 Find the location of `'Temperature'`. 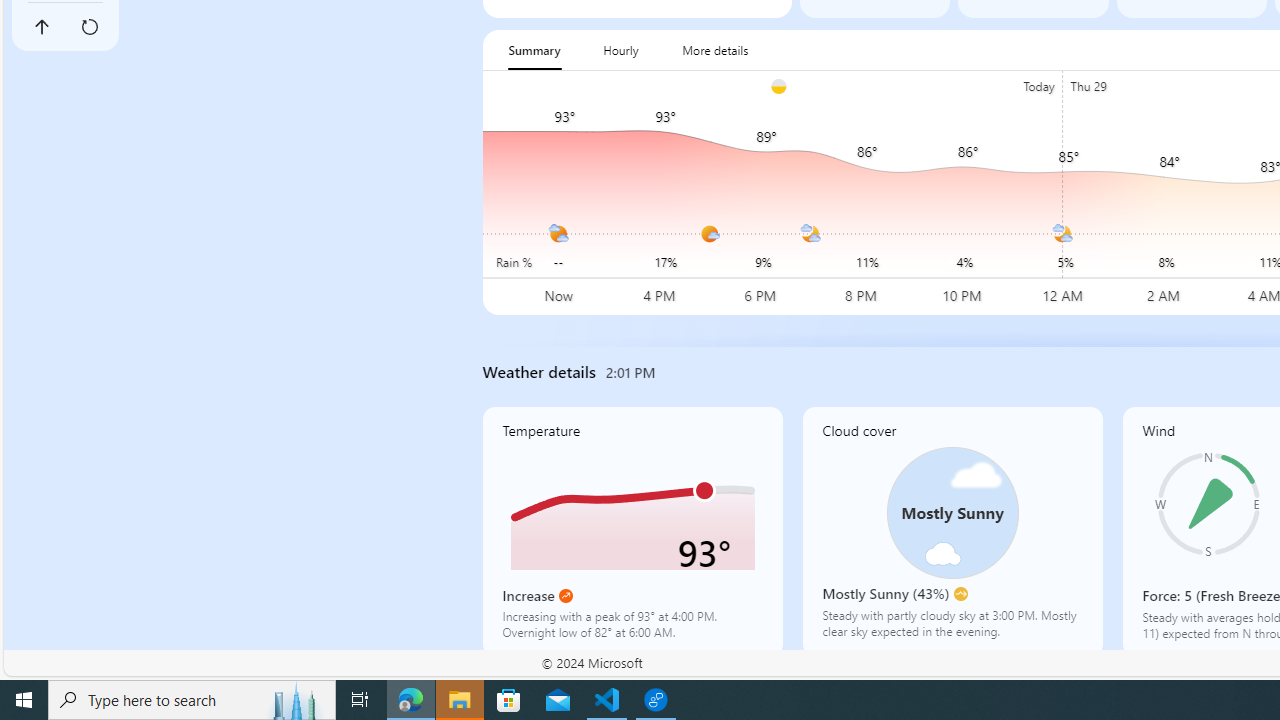

'Temperature' is located at coordinates (631, 530).